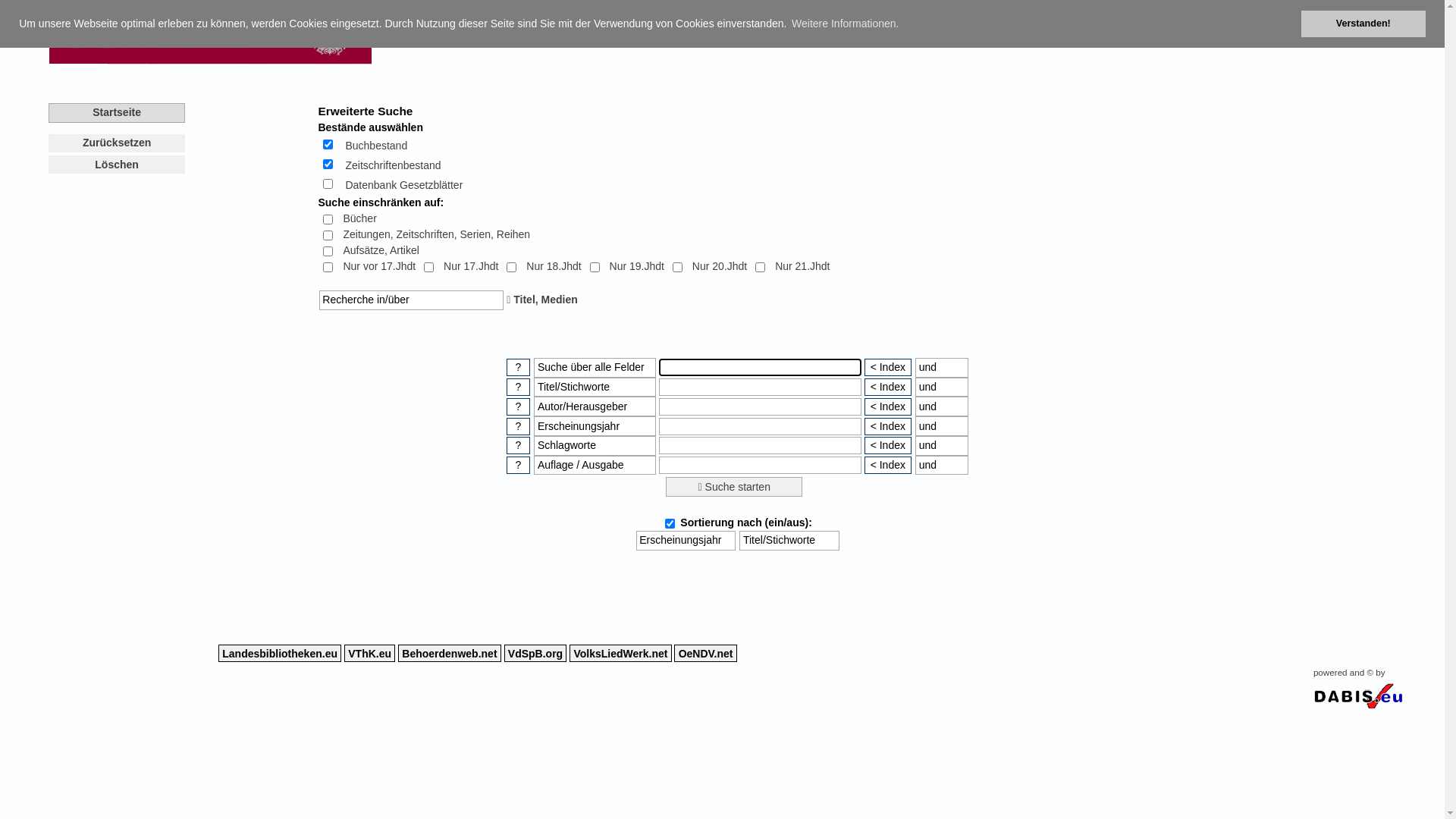 The image size is (1456, 819). Describe the element at coordinates (620, 652) in the screenshot. I see `'VolksLiedWerk.net'` at that location.